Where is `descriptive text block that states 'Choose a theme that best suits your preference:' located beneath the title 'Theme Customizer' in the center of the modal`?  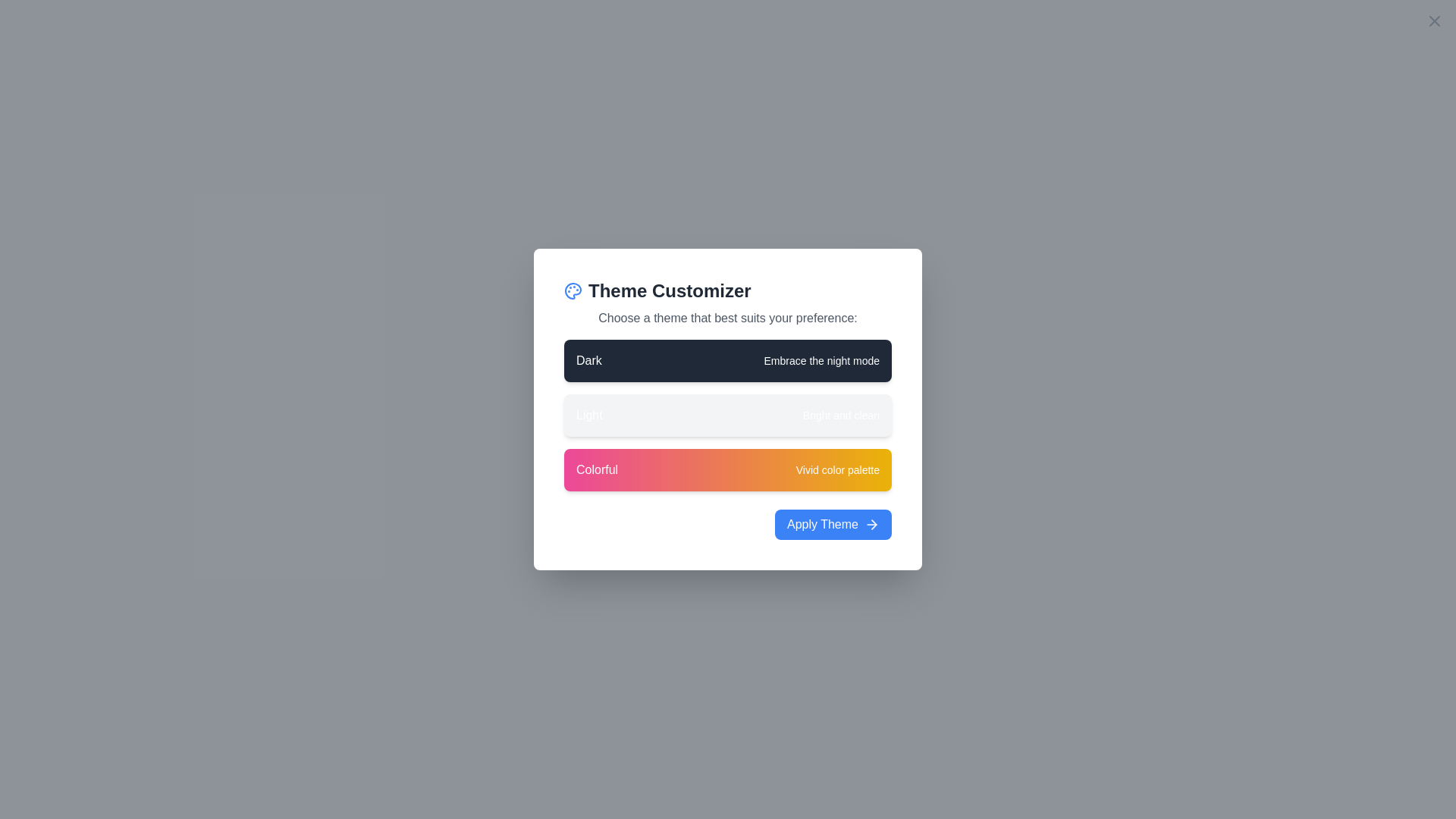 descriptive text block that states 'Choose a theme that best suits your preference:' located beneath the title 'Theme Customizer' in the center of the modal is located at coordinates (728, 318).